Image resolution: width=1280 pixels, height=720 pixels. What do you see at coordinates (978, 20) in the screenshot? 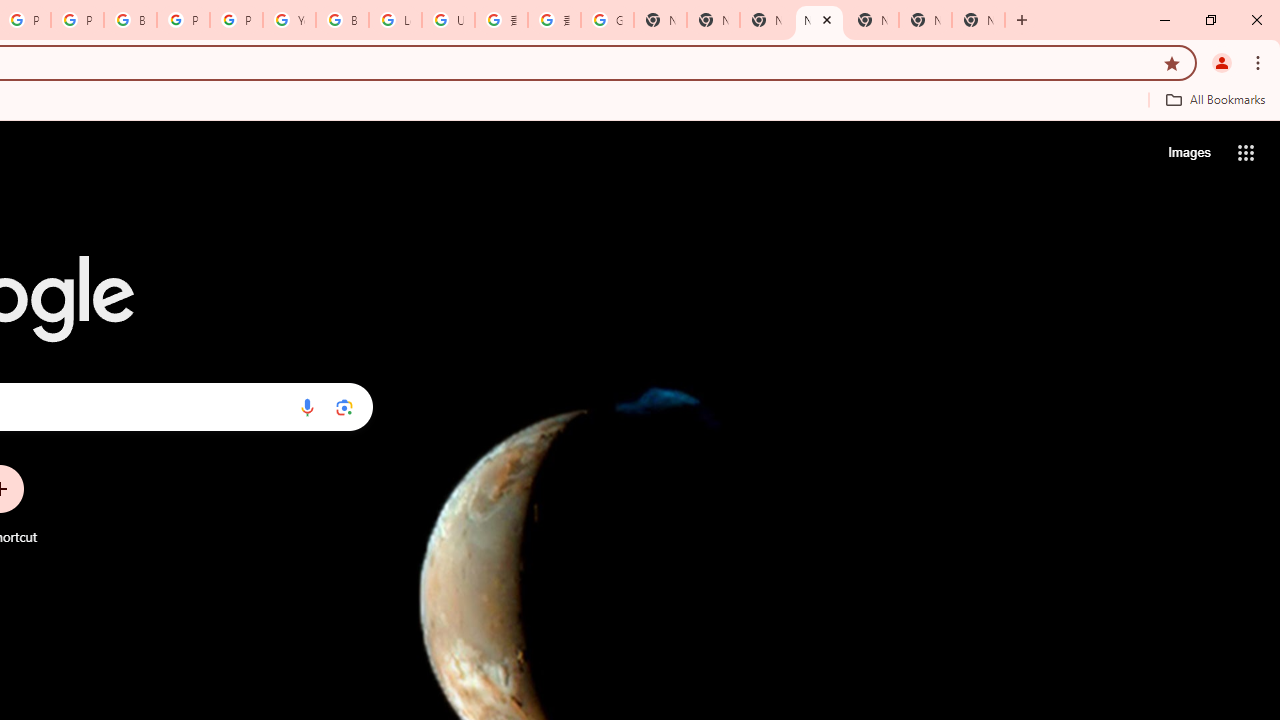
I see `'New Tab'` at bounding box center [978, 20].